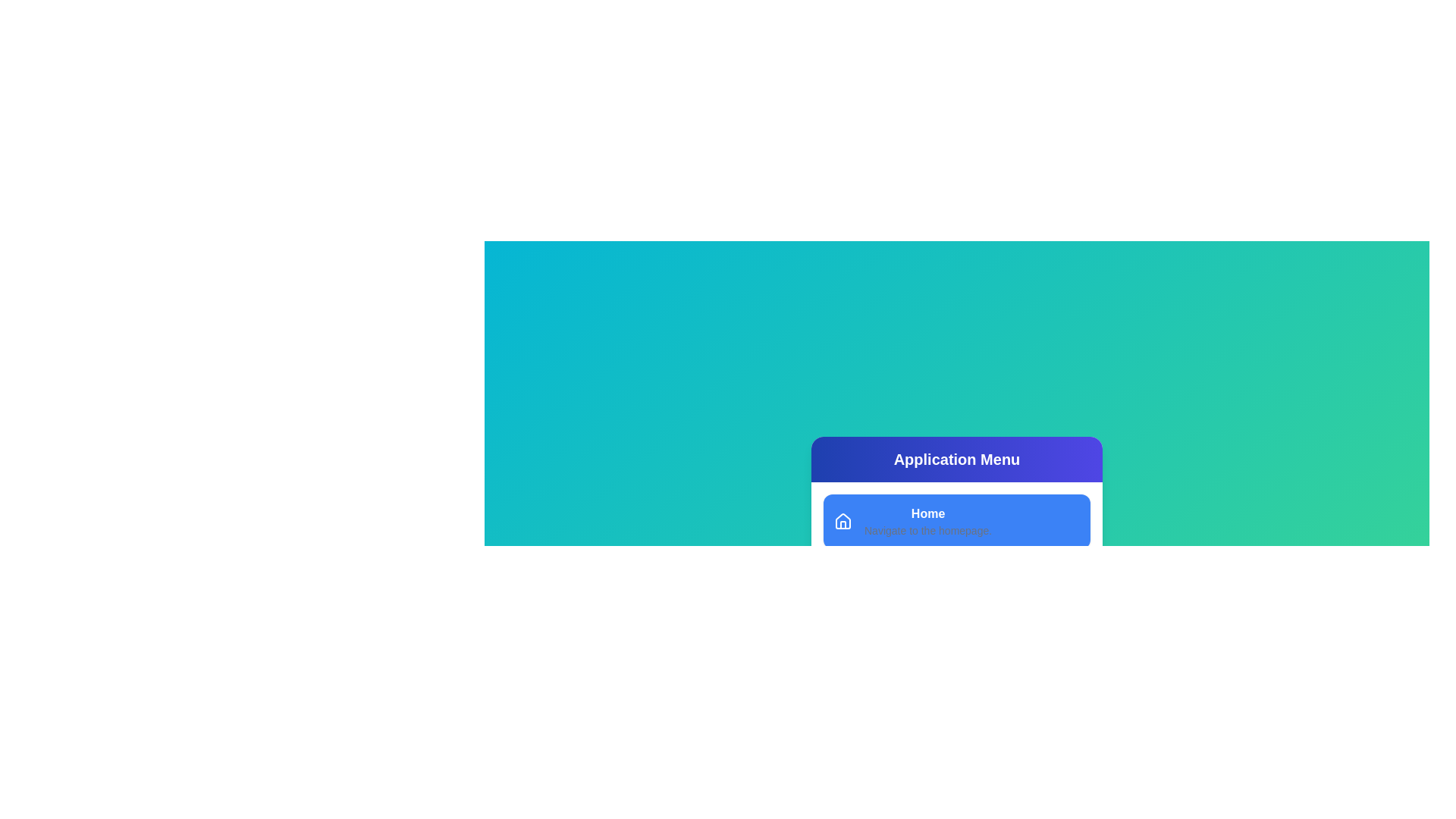  What do you see at coordinates (956, 520) in the screenshot?
I see `the menu item Home to navigate to the corresponding section` at bounding box center [956, 520].